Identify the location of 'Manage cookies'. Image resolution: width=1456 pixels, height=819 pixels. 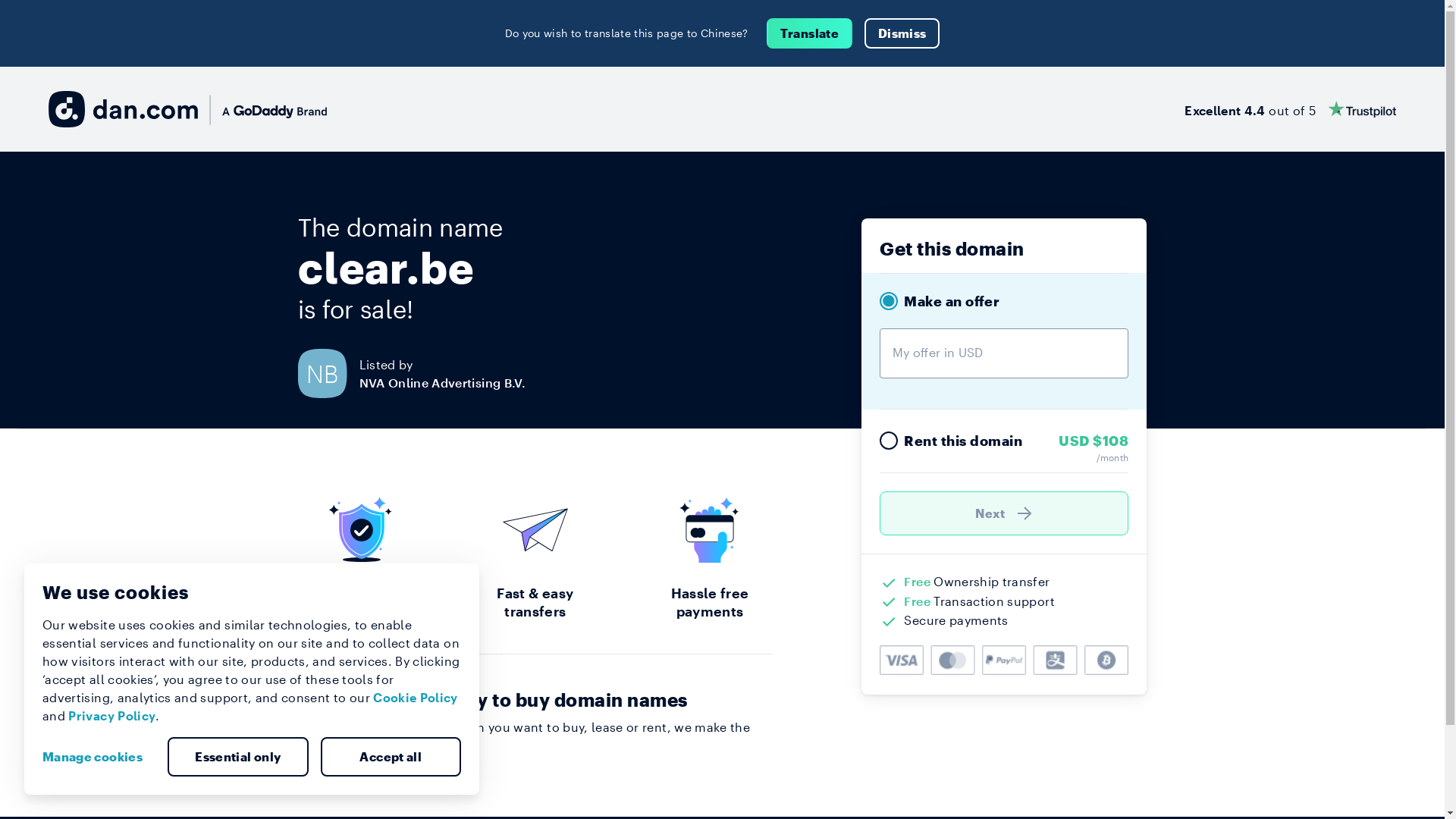
(97, 757).